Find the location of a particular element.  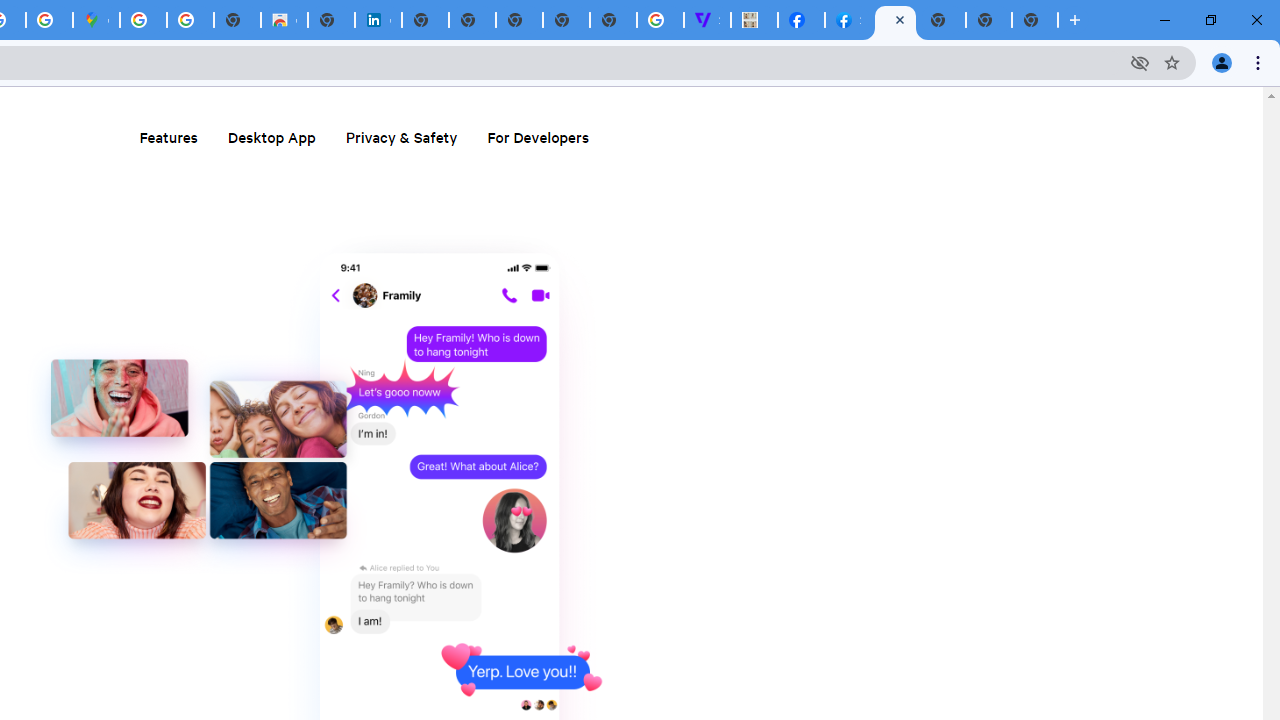

'Streaming - The Verge' is located at coordinates (707, 20).